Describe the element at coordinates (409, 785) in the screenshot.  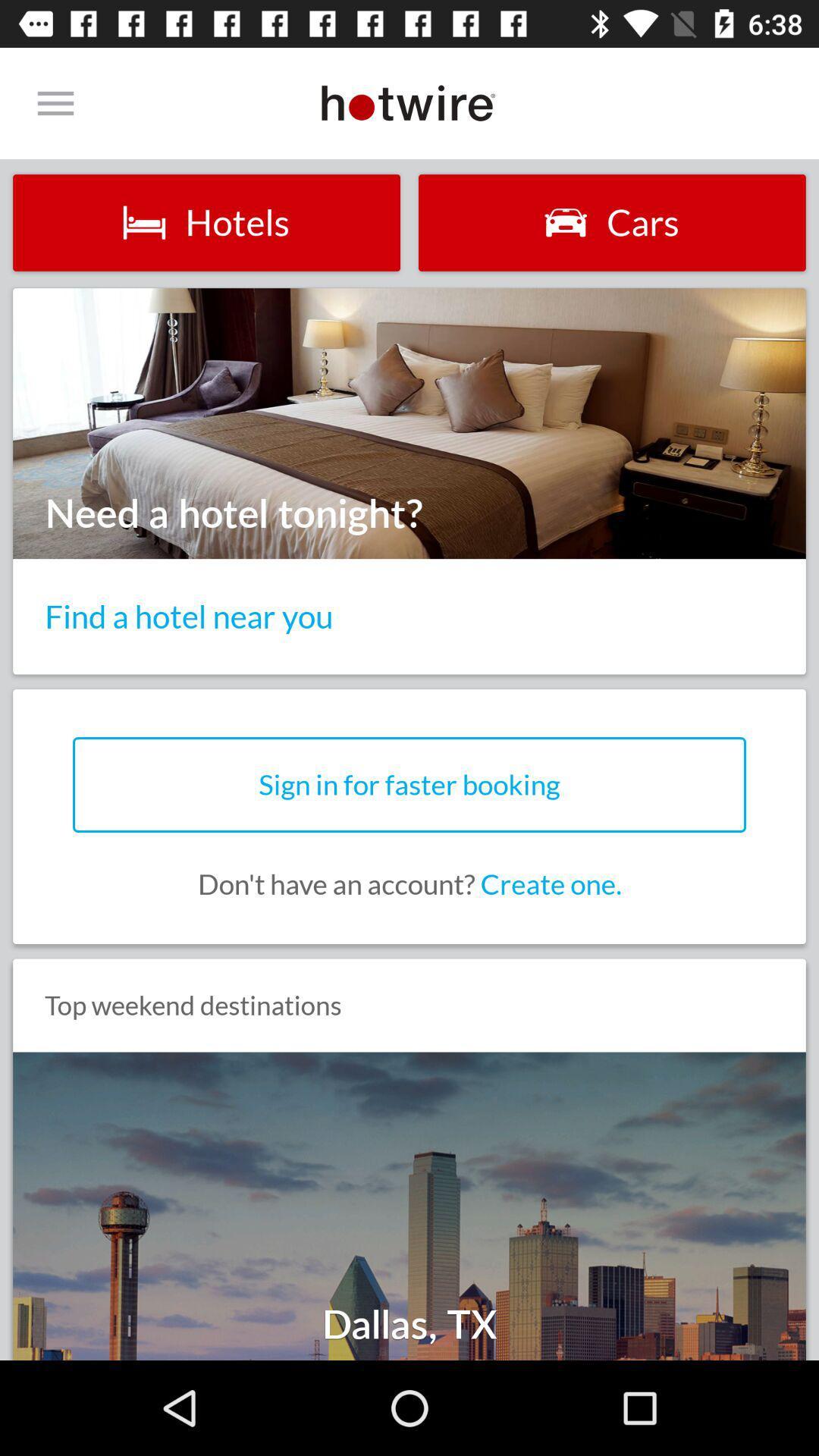
I see `the sign in for item` at that location.